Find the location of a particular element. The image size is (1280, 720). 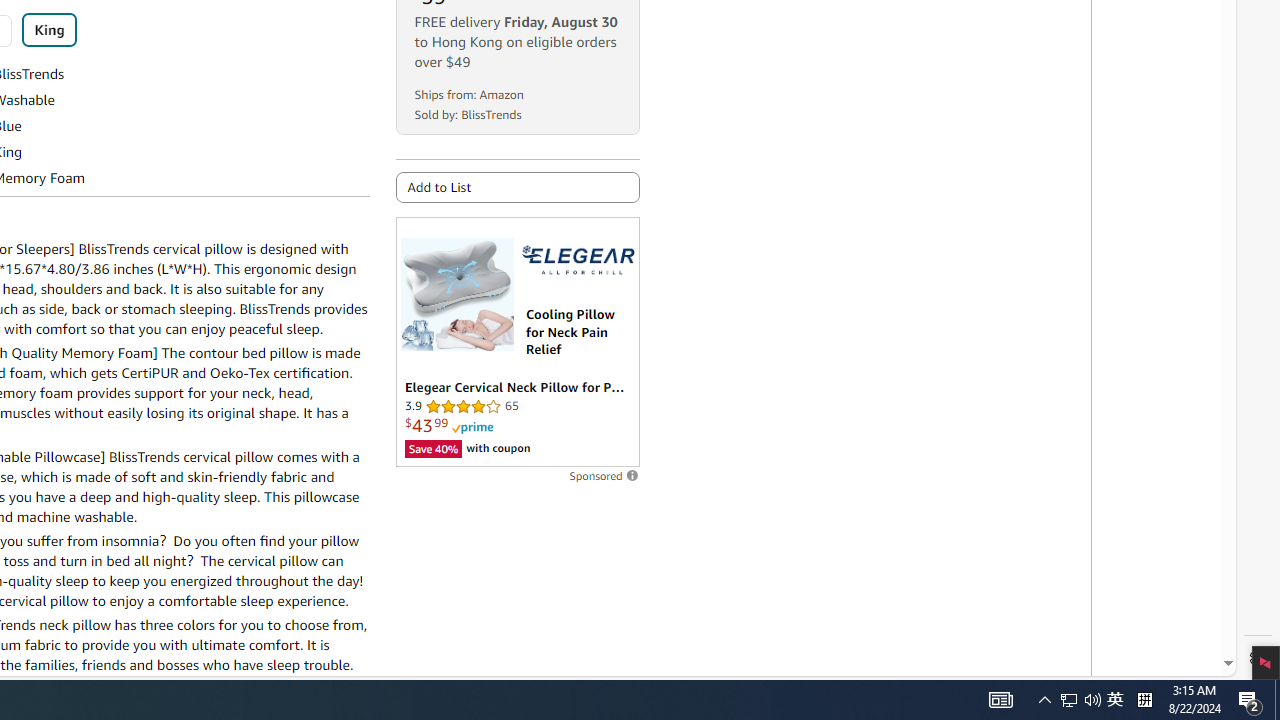

'King' is located at coordinates (49, 29).